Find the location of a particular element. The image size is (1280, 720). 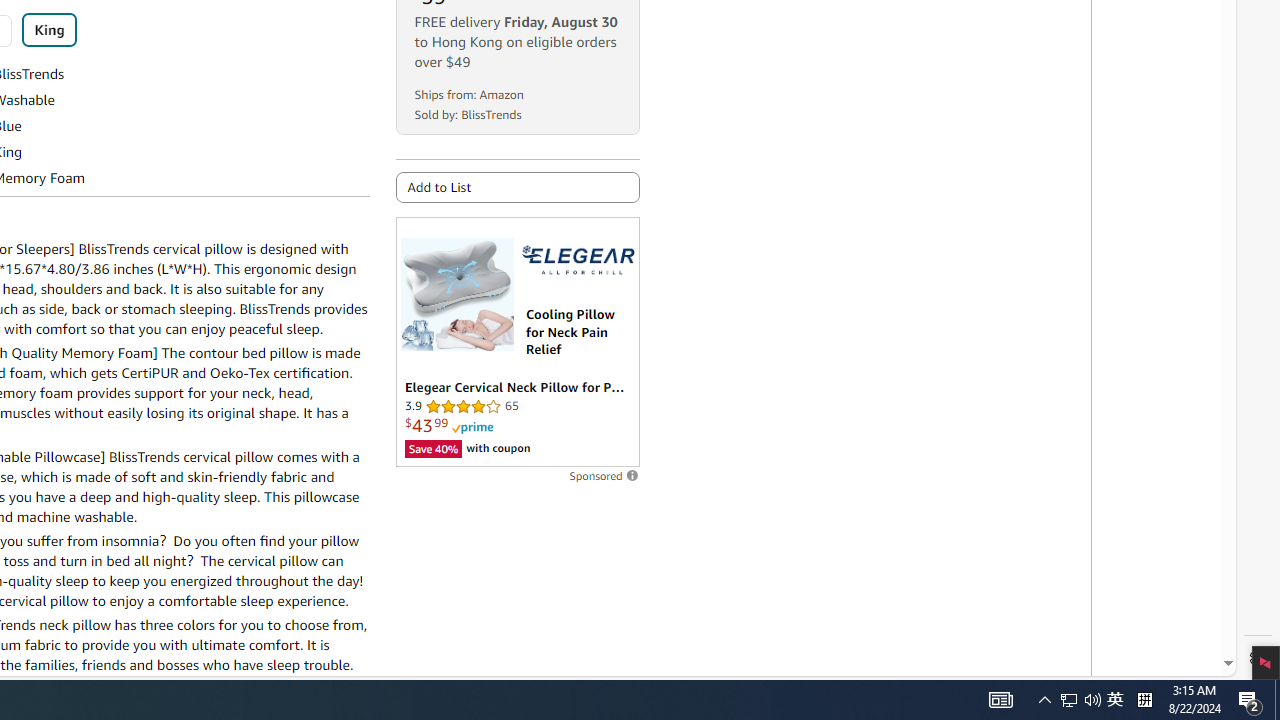

'King' is located at coordinates (49, 29).